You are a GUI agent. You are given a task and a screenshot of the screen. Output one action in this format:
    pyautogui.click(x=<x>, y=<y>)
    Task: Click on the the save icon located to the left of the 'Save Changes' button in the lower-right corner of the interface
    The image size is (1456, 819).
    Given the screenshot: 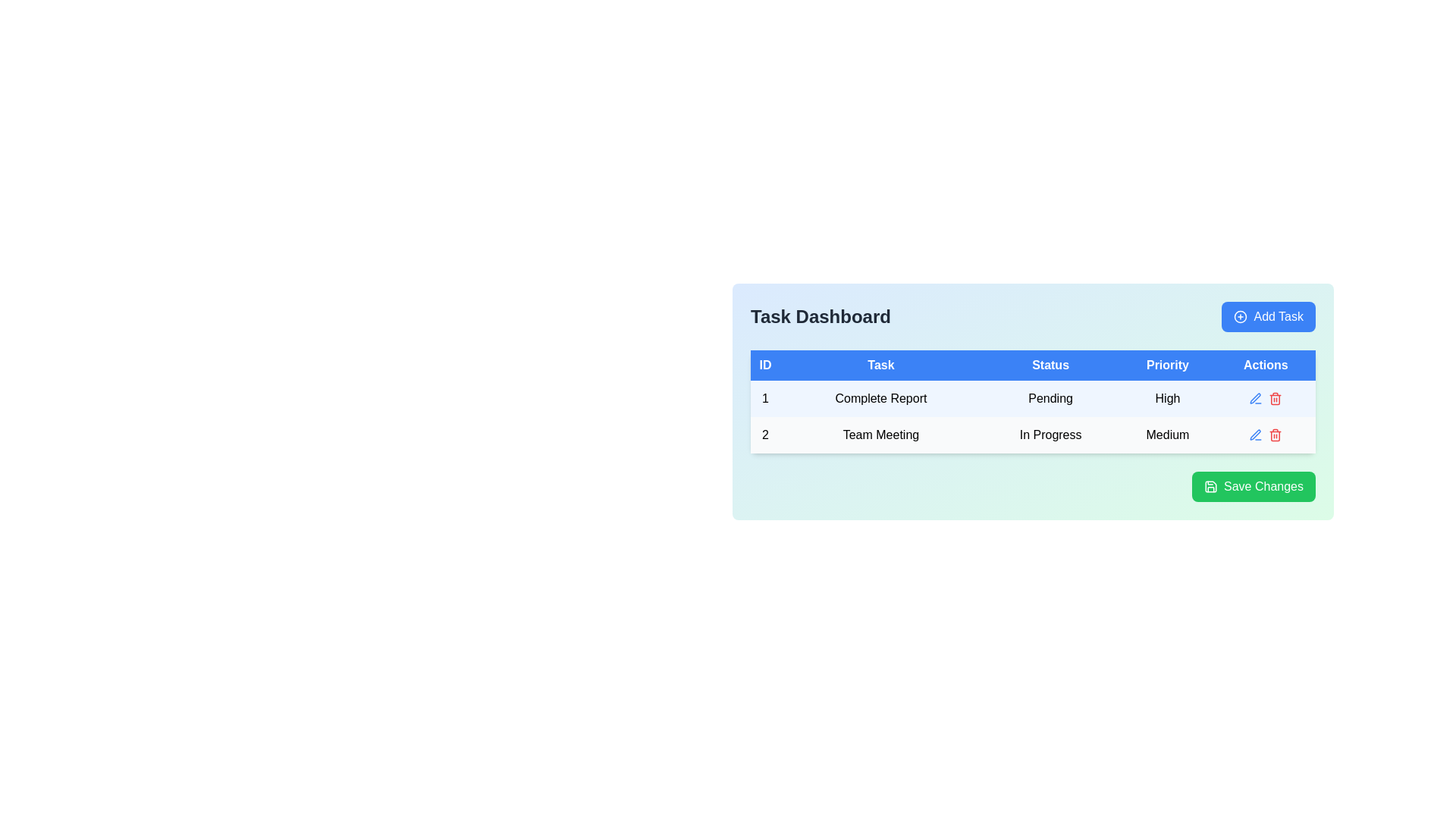 What is the action you would take?
    pyautogui.click(x=1210, y=486)
    